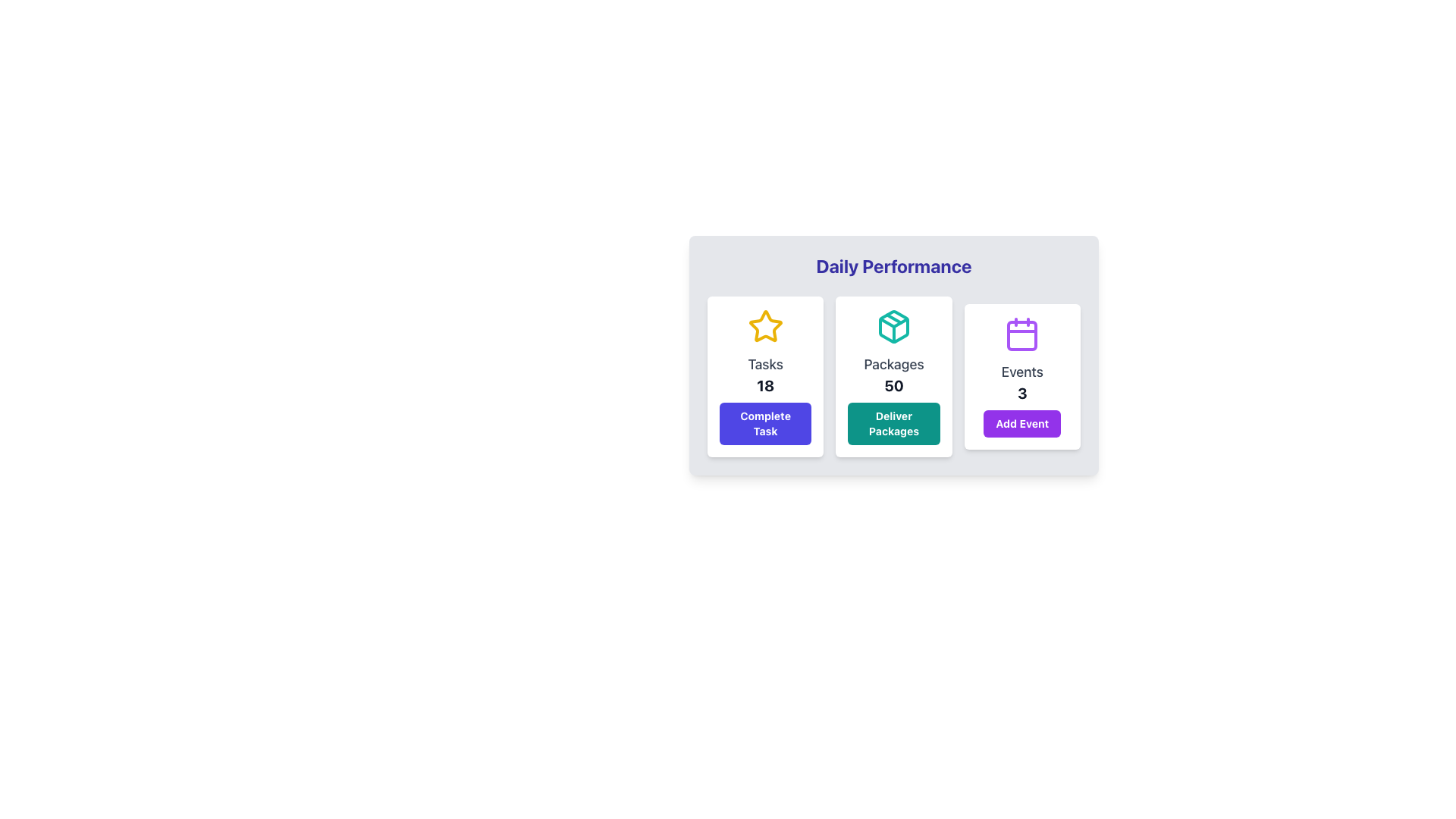 Image resolution: width=1456 pixels, height=819 pixels. Describe the element at coordinates (1022, 393) in the screenshot. I see `the text label displaying the numeral '3' in the 'Events' box of the performance dashboard` at that location.